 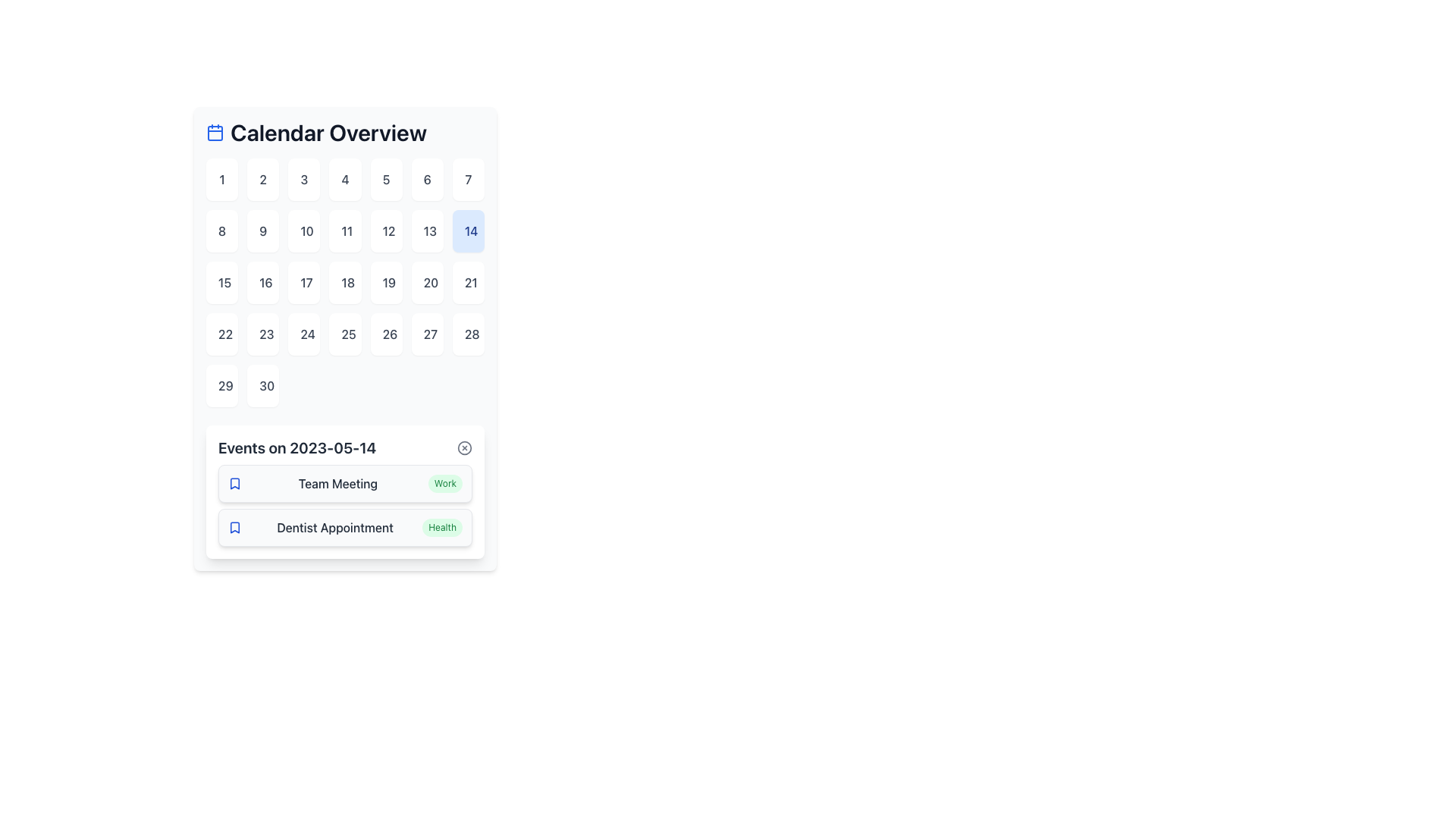 I want to click on the button representing the day in the calendar interface, located in the second position of the third row, so click(x=263, y=283).